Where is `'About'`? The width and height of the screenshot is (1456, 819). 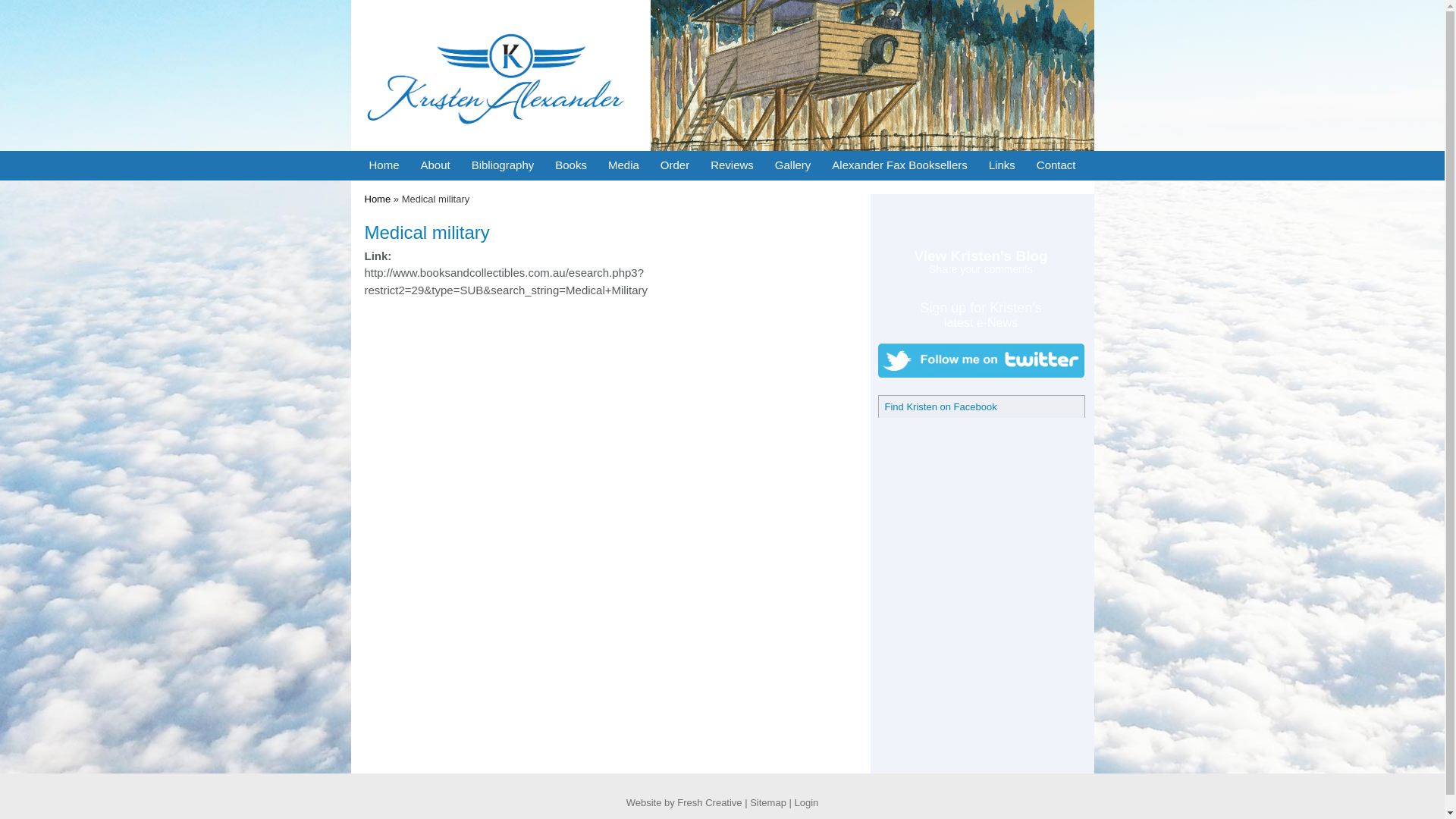 'About' is located at coordinates (434, 165).